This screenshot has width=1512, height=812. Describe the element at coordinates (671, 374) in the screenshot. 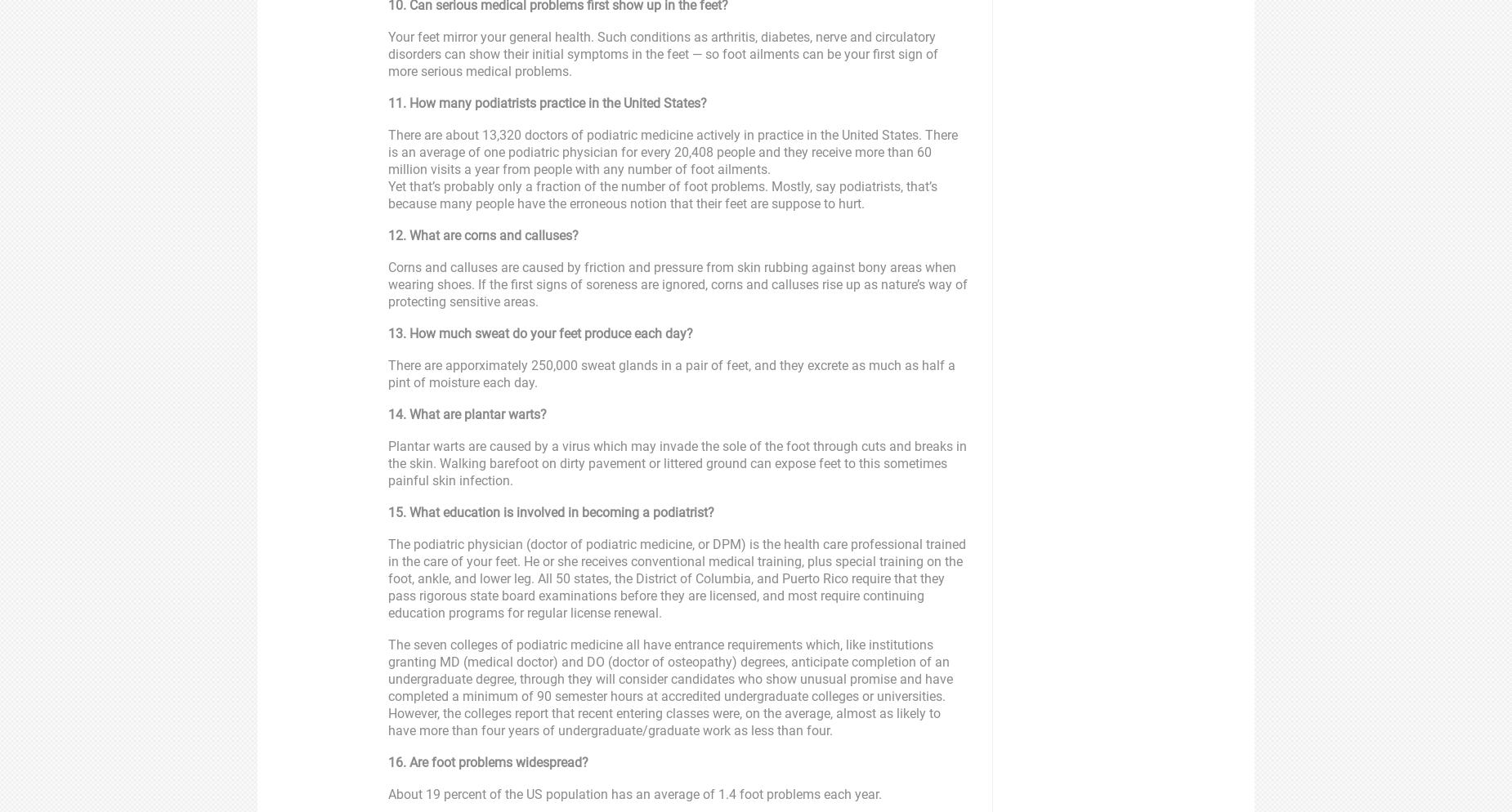

I see `'There are apporximately 250,000 sweat glands in a pair of feet, and they excrete as much as half a pint of moisture each day.'` at that location.